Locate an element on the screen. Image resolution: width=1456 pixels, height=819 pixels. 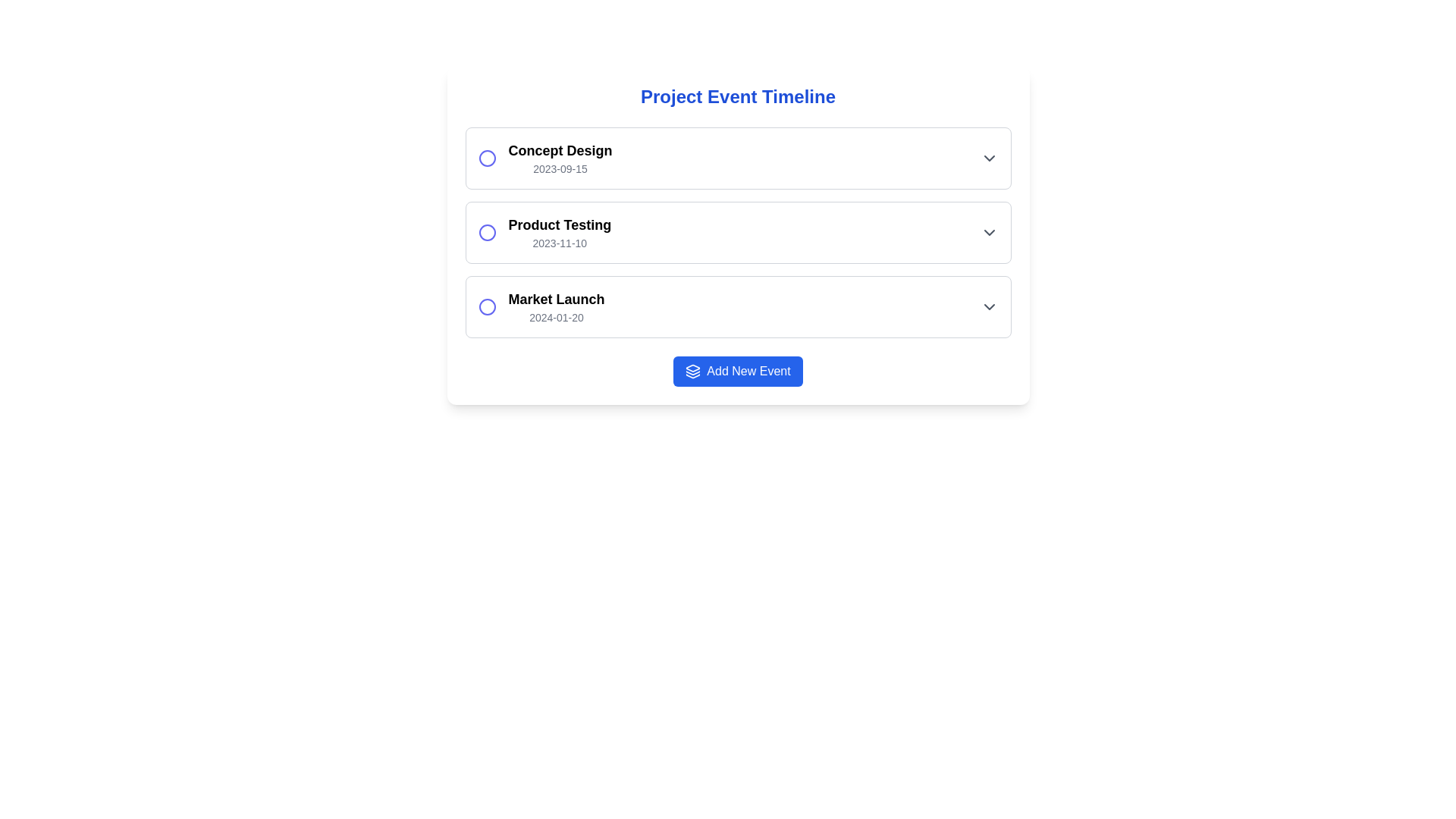
the primary text element displaying the title and date for the 'Concept Design' event in the project timeline, which is located in the first row of a vertically stacked list of events is located at coordinates (560, 158).